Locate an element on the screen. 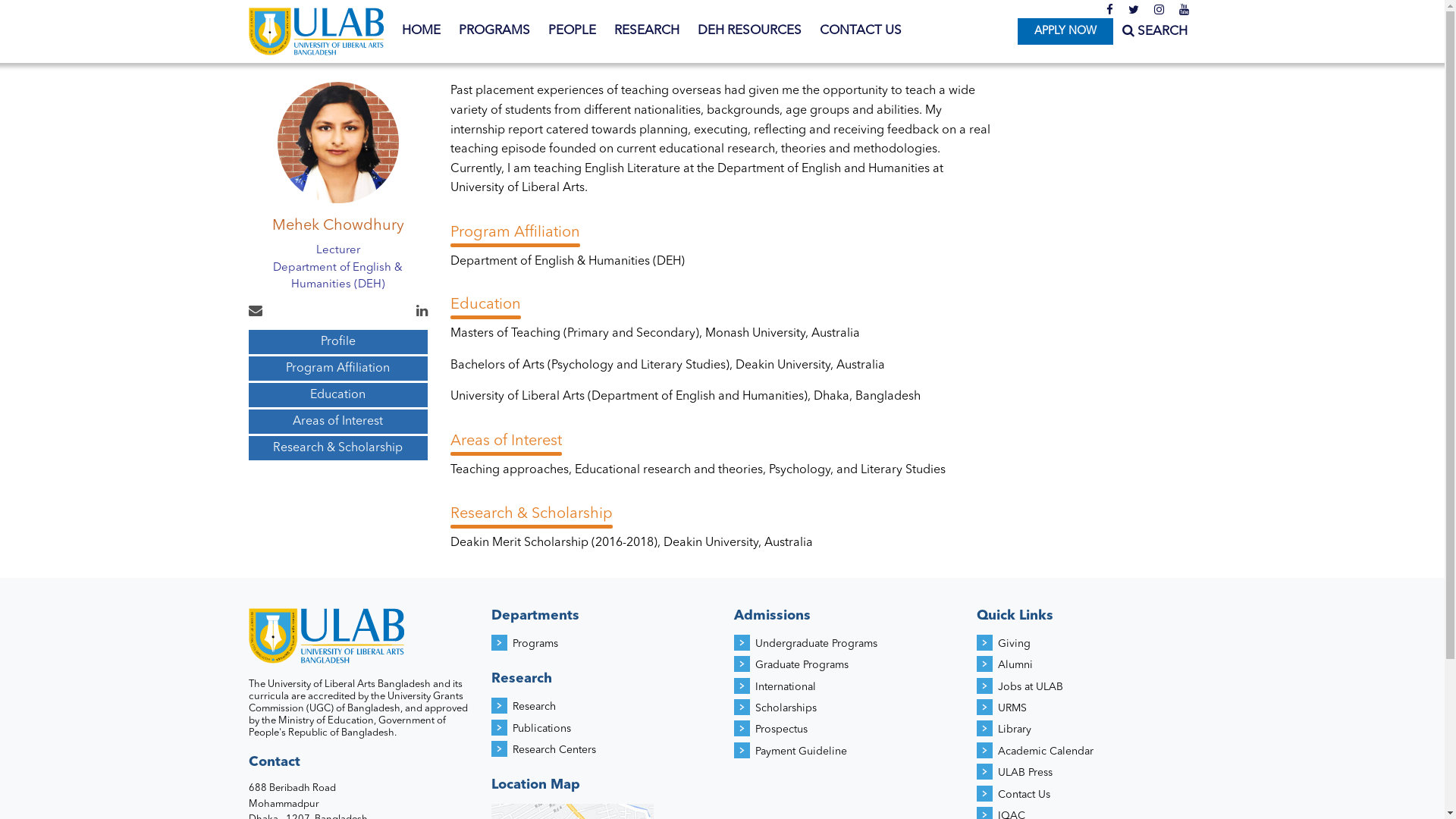 This screenshot has height=819, width=1456. 'Giving' is located at coordinates (997, 643).